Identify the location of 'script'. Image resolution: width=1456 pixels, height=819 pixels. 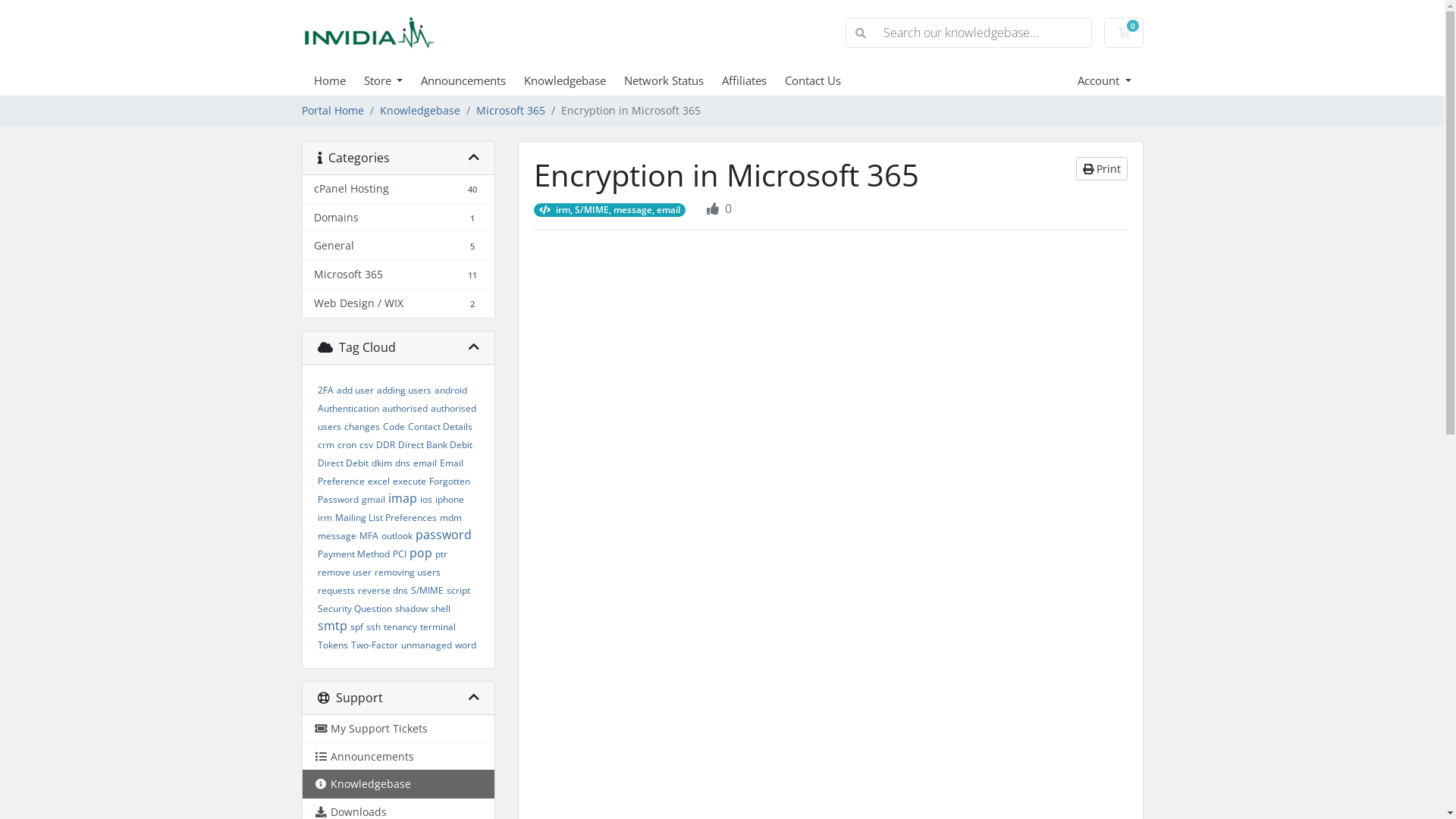
(457, 589).